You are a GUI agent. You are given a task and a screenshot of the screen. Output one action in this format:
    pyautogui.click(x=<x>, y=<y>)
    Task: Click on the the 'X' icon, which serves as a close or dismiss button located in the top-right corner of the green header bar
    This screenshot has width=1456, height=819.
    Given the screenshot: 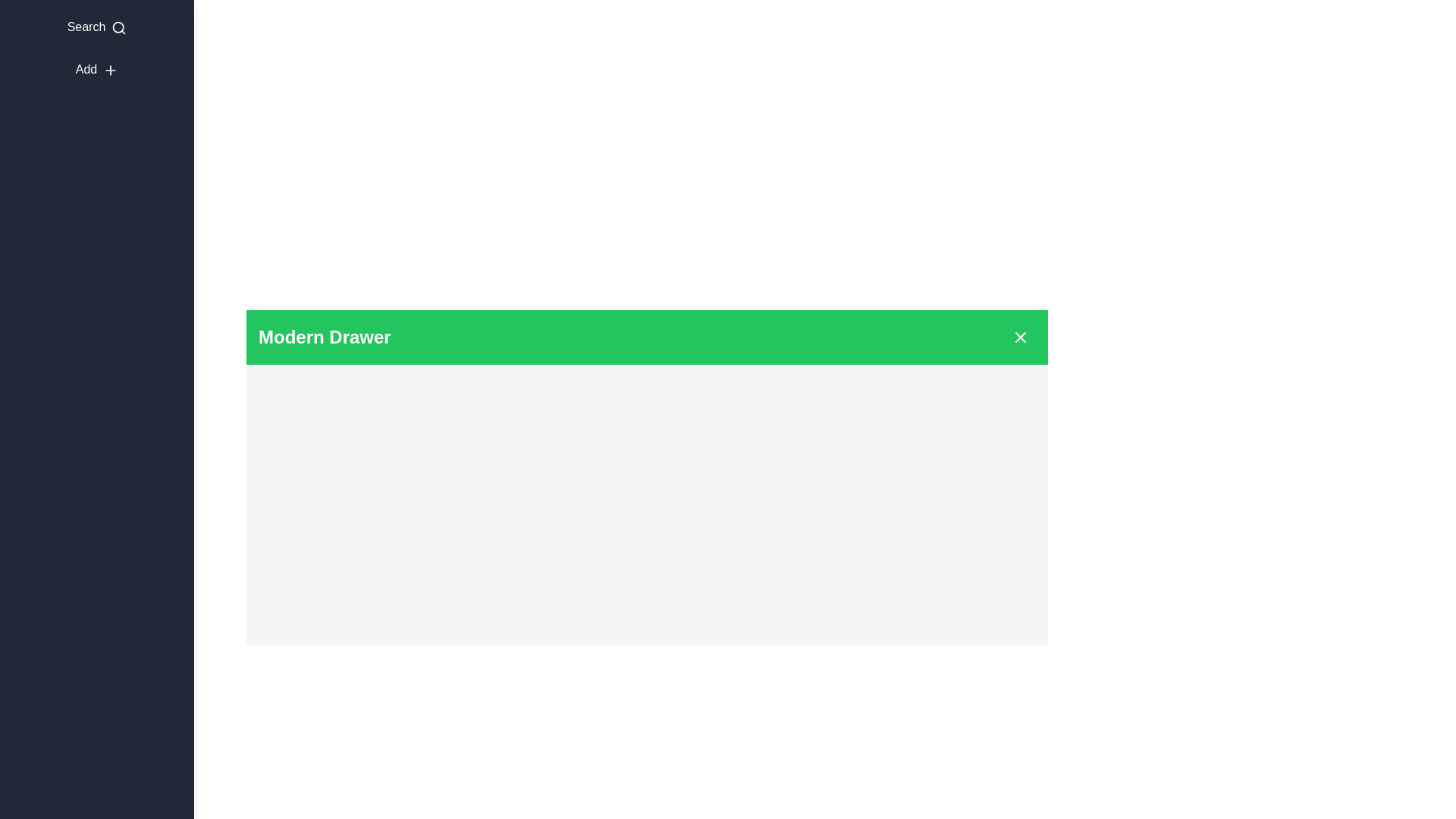 What is the action you would take?
    pyautogui.click(x=1020, y=336)
    